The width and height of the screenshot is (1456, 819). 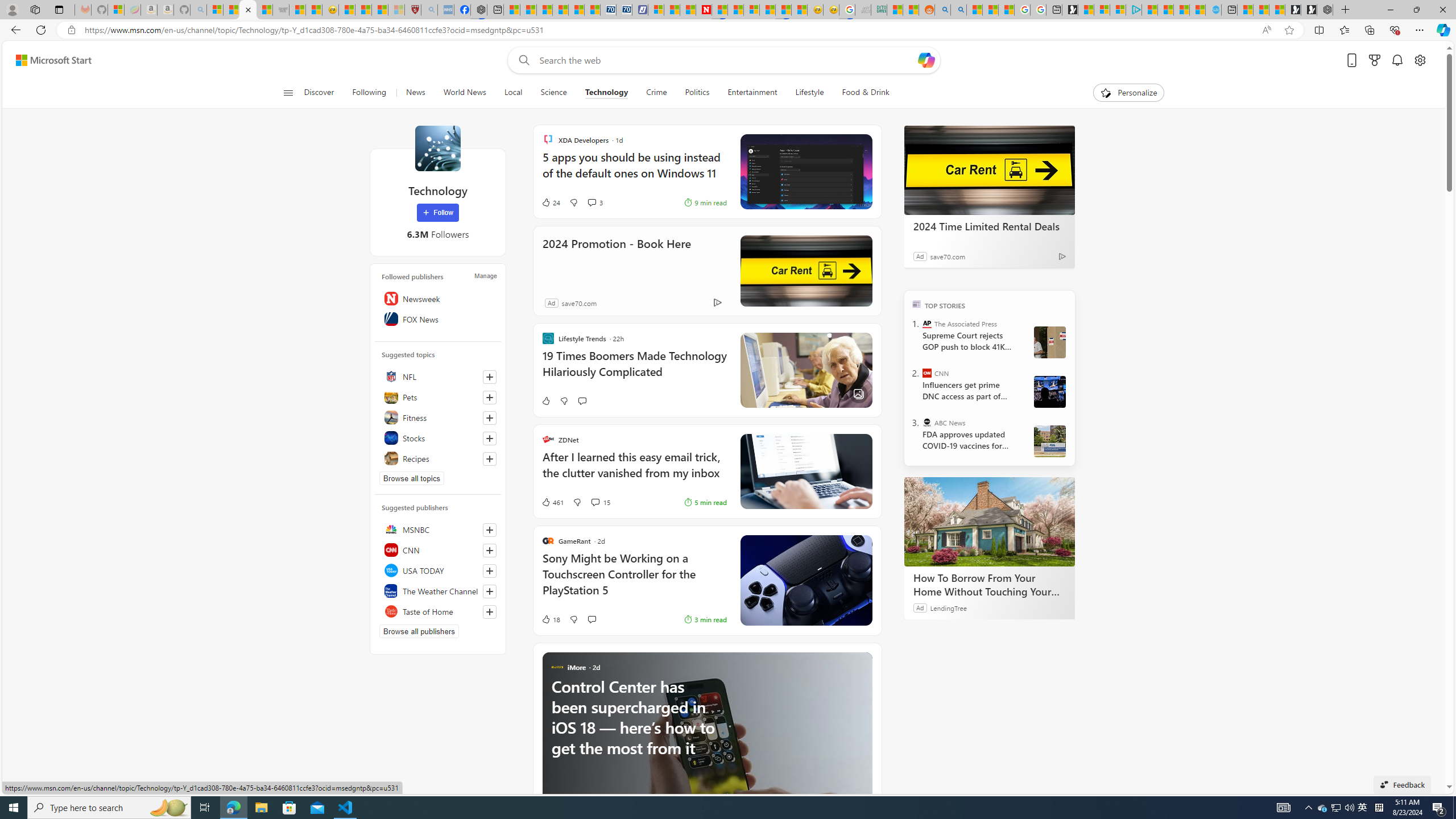 What do you see at coordinates (624, 9) in the screenshot?
I see `'Cheap Hotels - Save70.com'` at bounding box center [624, 9].